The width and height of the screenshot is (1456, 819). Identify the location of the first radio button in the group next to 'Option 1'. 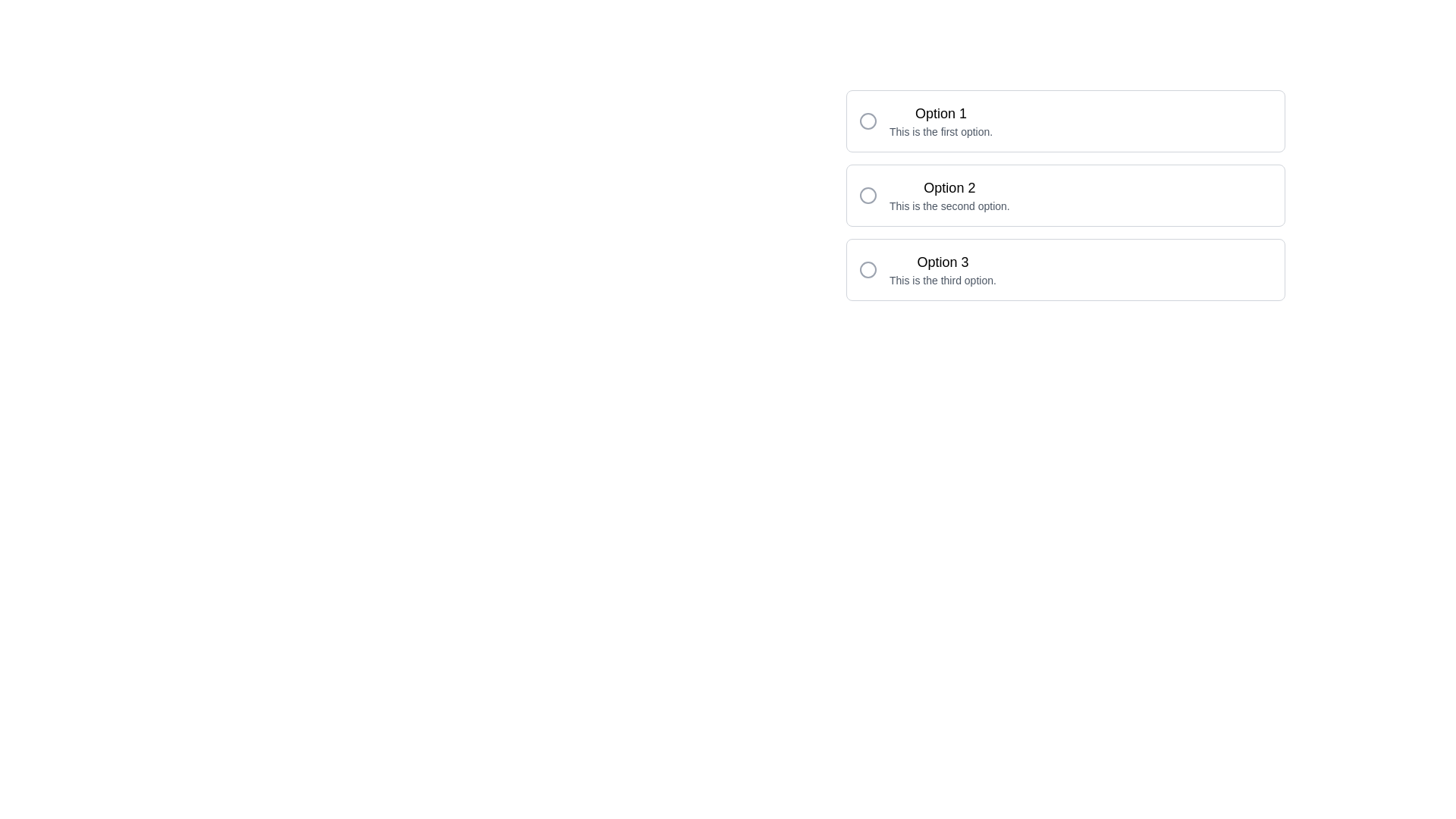
(868, 120).